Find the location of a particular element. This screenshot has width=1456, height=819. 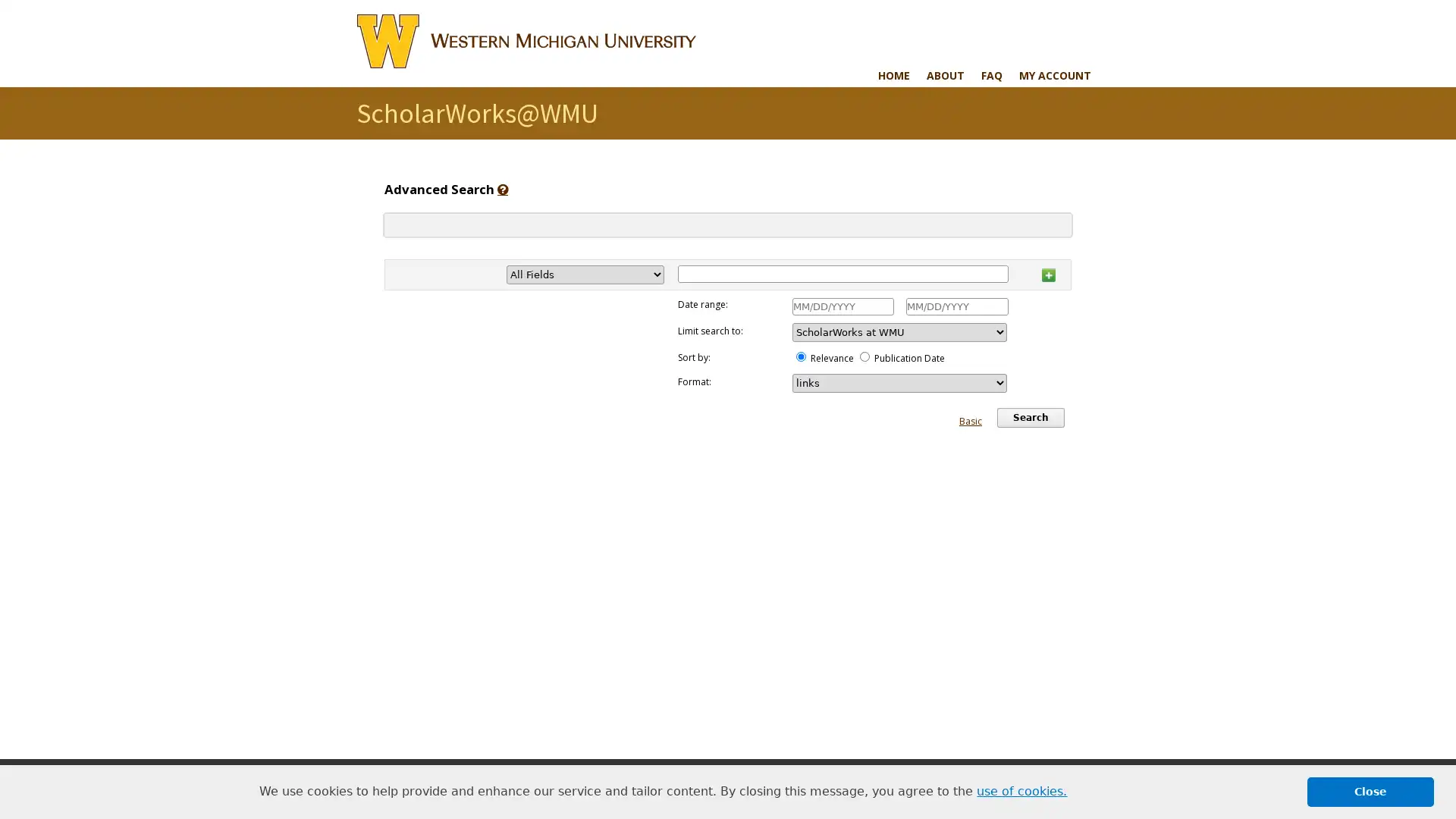

learn more about cookies is located at coordinates (1021, 791).